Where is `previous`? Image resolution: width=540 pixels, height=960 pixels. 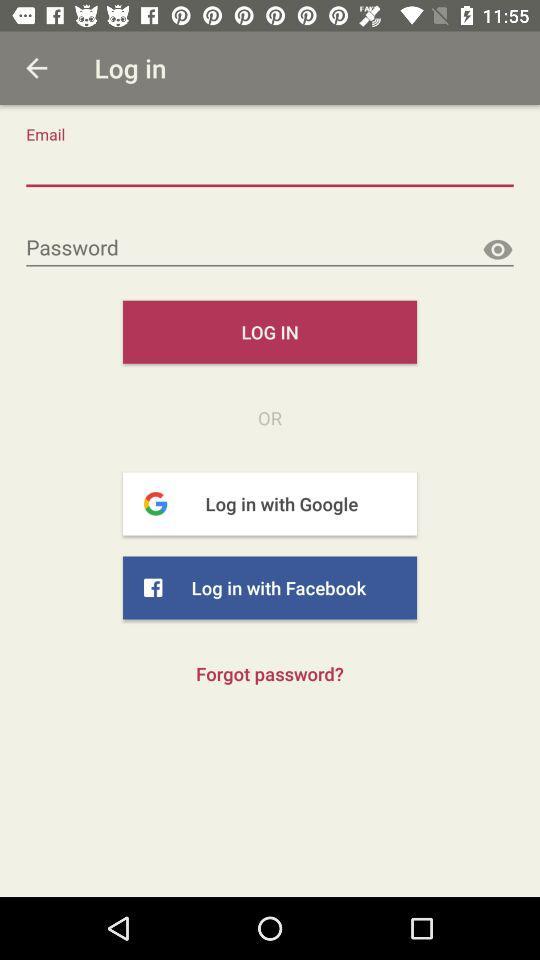 previous is located at coordinates (36, 68).